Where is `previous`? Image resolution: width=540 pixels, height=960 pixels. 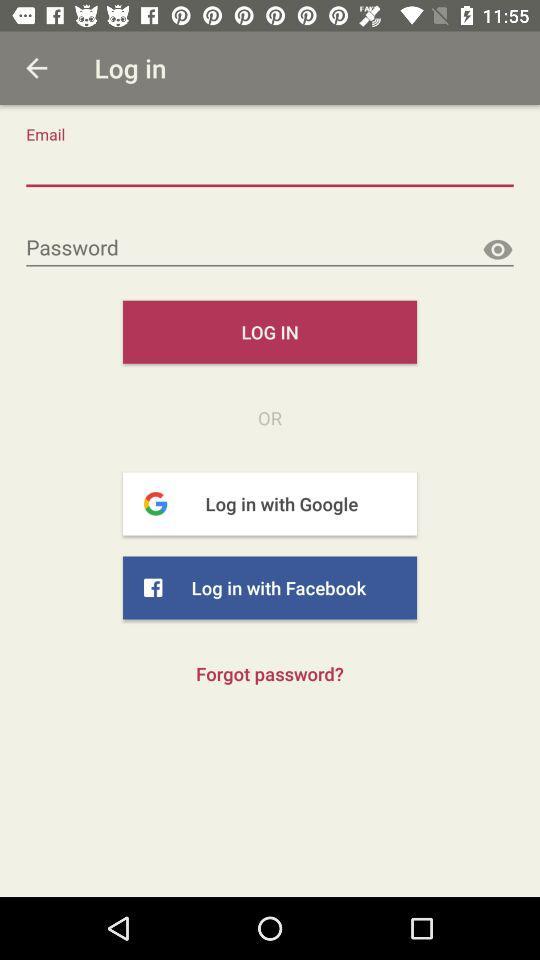 previous is located at coordinates (36, 68).